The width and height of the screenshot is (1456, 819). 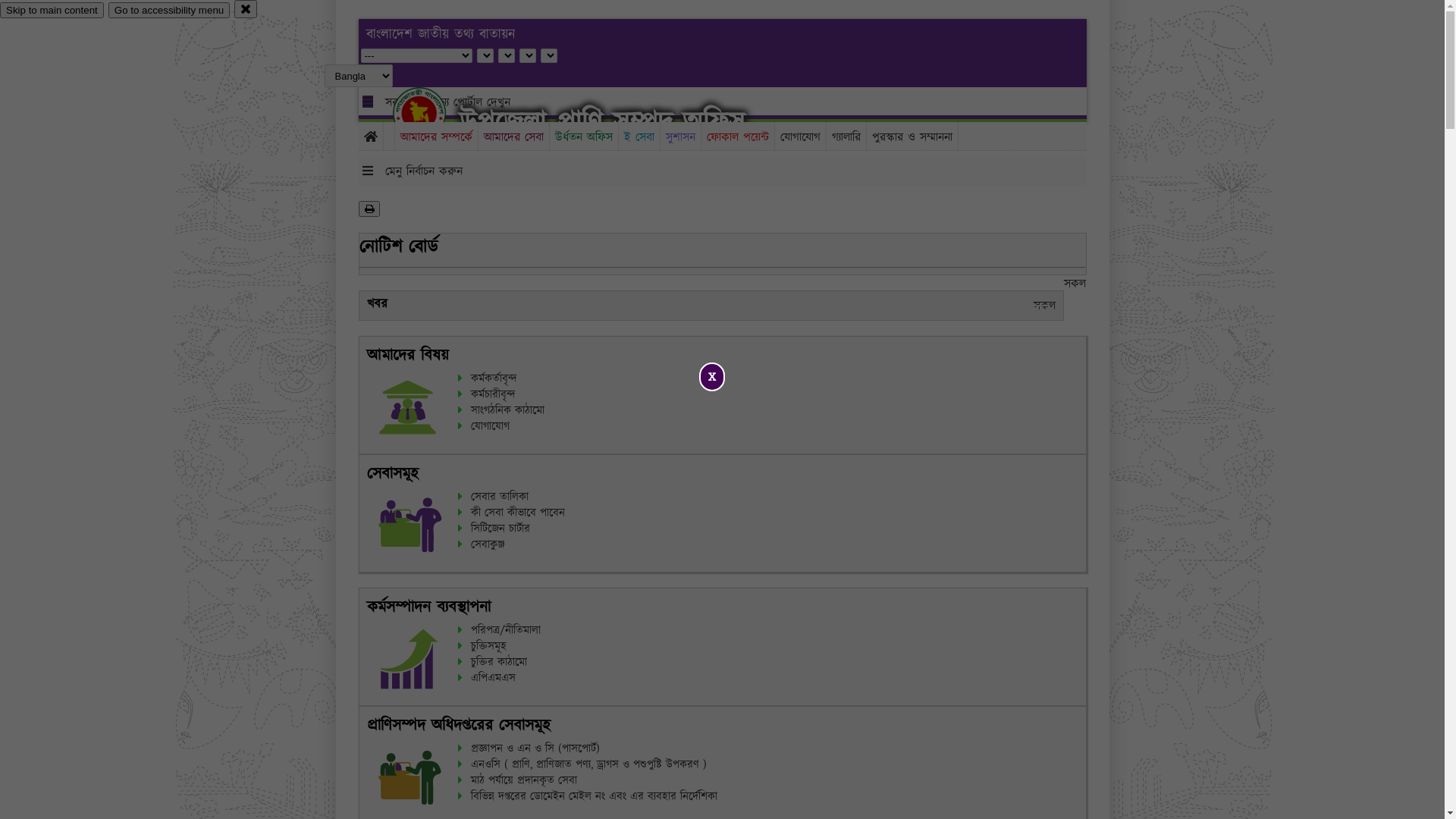 What do you see at coordinates (0, 10) in the screenshot?
I see `'Skip to main content'` at bounding box center [0, 10].